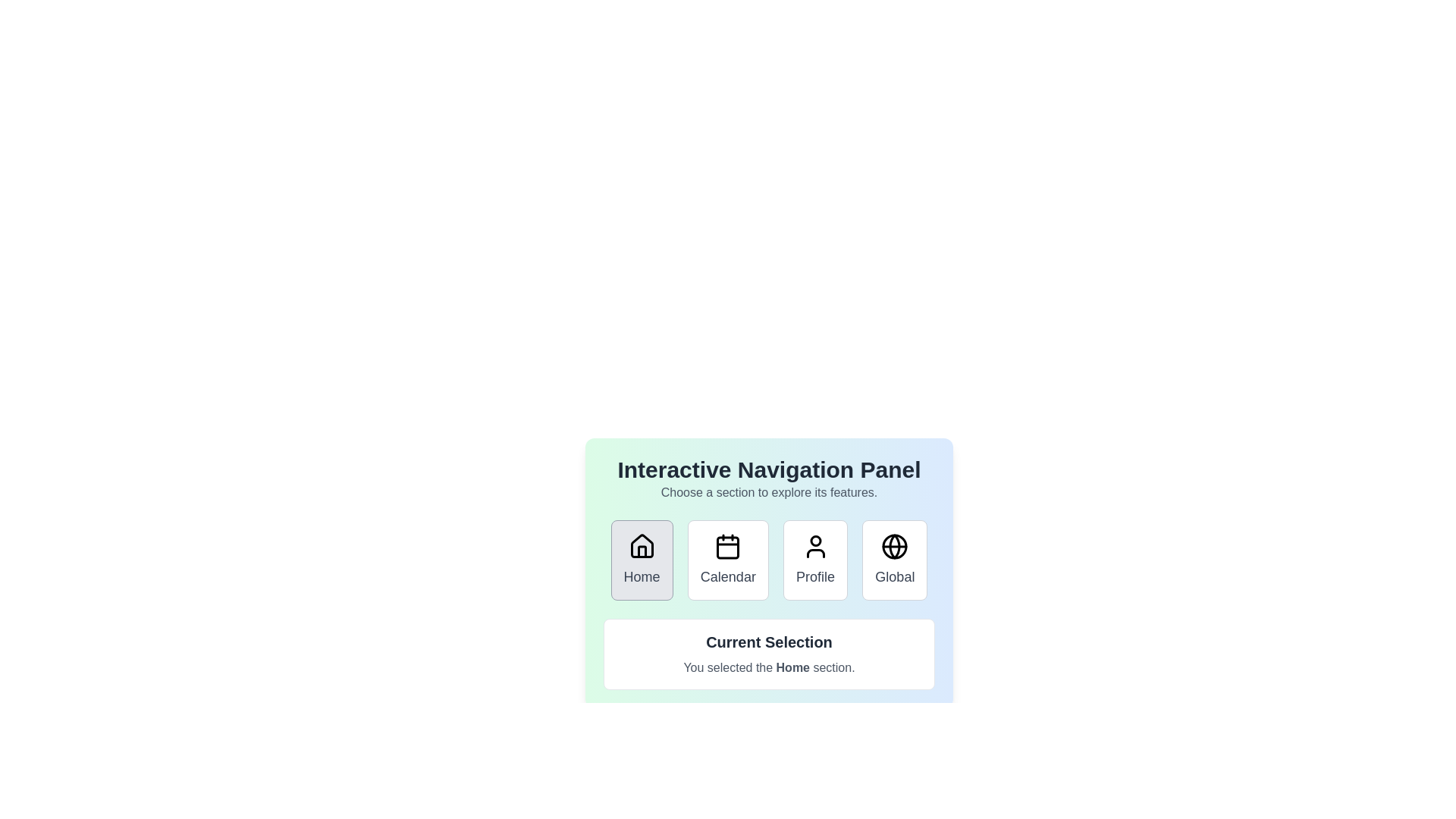 Image resolution: width=1456 pixels, height=819 pixels. I want to click on the Informational panel titled 'Current Selection' which displays the message 'You selected the Home section.', so click(769, 654).